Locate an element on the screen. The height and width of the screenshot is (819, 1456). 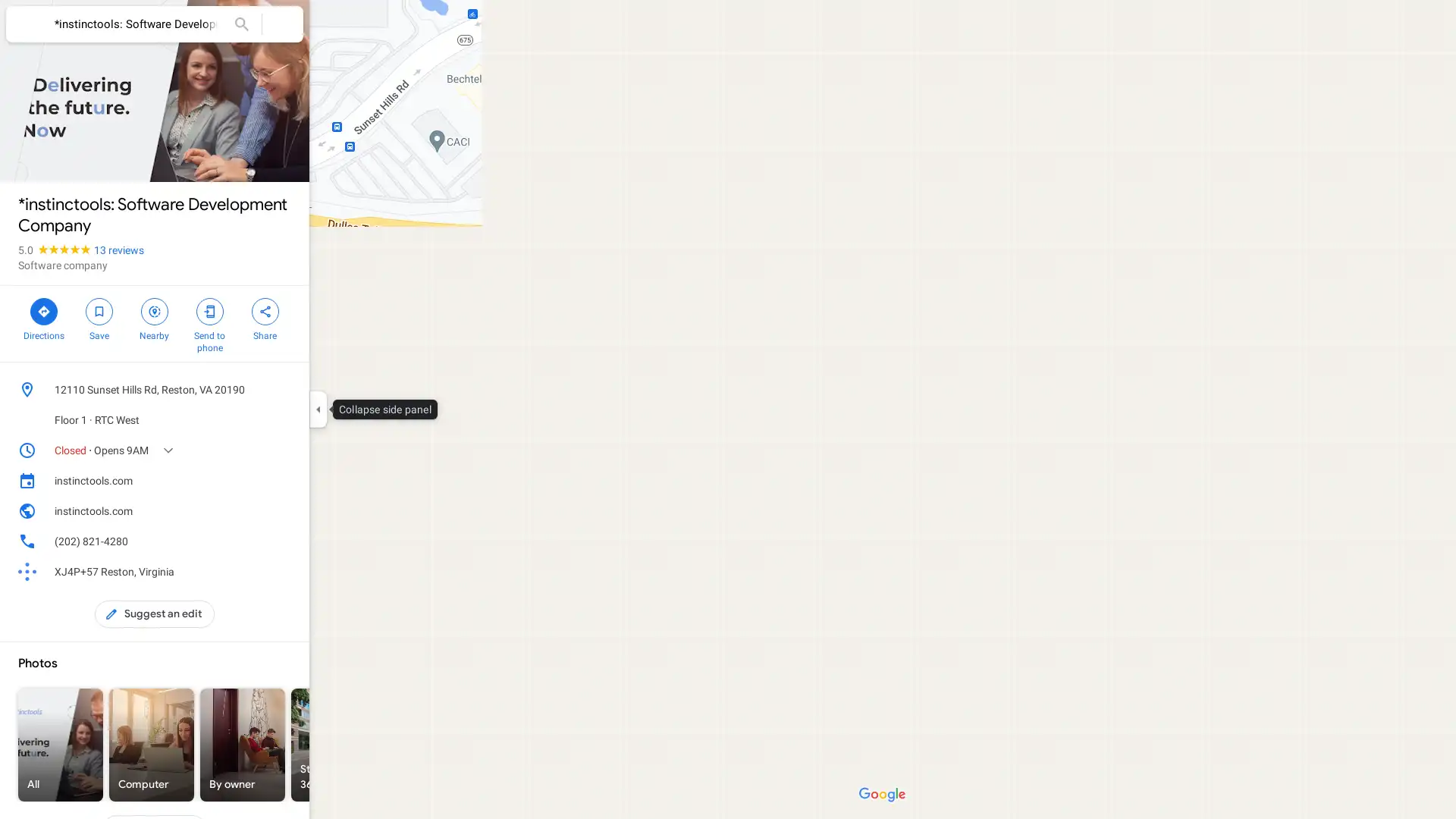
Copy plus code is located at coordinates (261, 571).